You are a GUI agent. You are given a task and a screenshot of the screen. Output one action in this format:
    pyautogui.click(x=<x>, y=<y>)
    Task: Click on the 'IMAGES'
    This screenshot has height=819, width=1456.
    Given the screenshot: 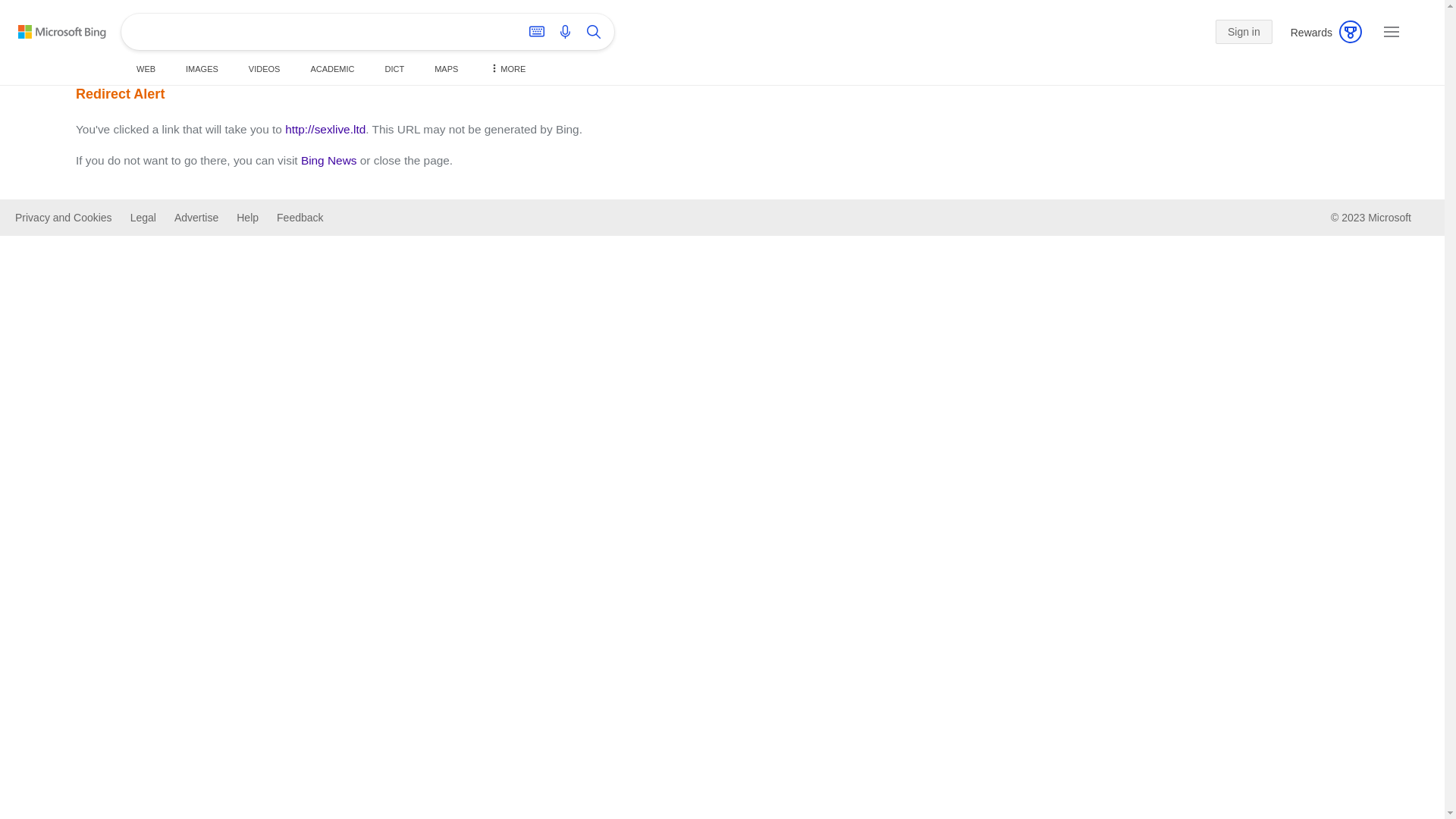 What is the action you would take?
    pyautogui.click(x=179, y=69)
    